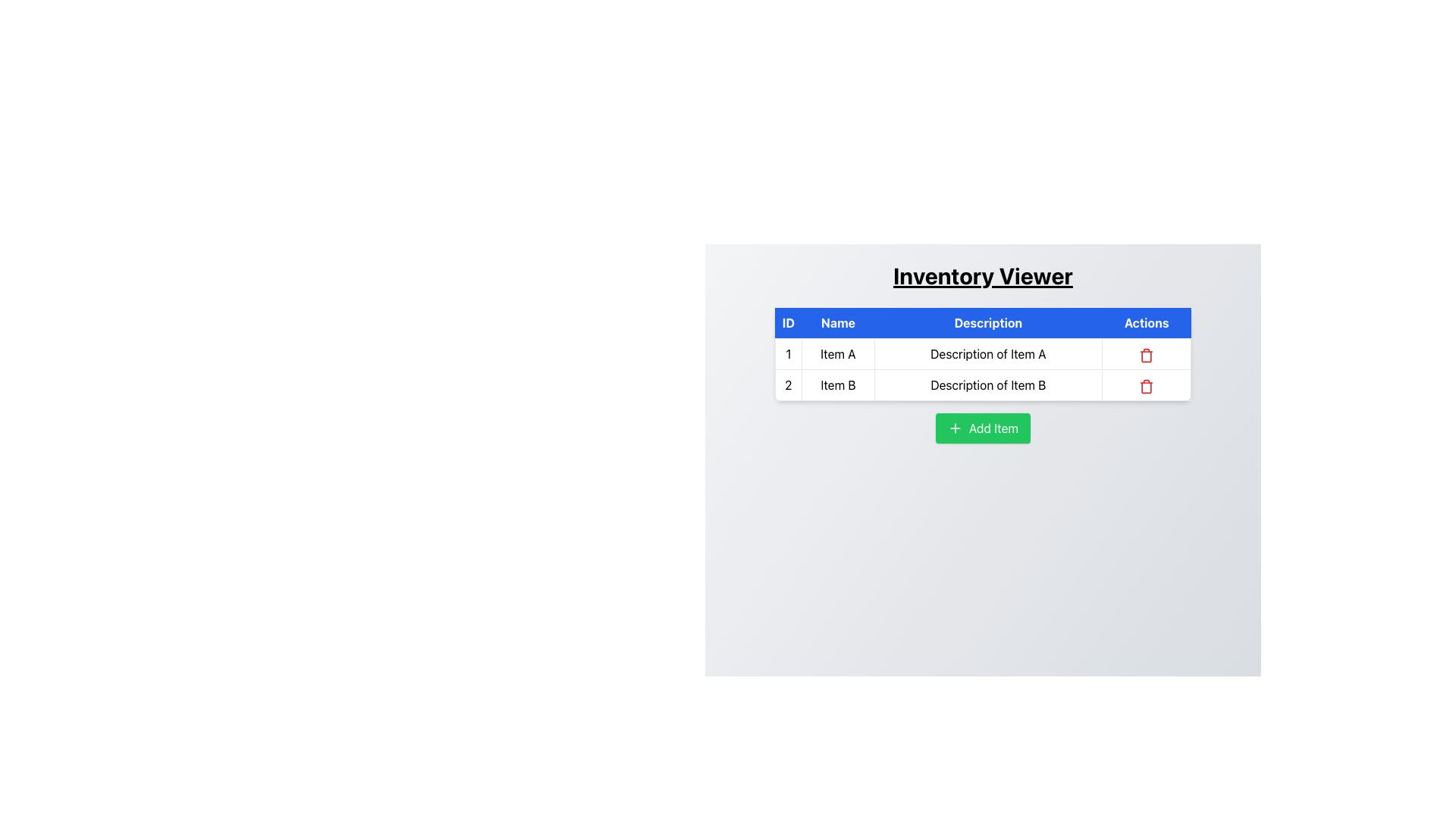  Describe the element at coordinates (788, 384) in the screenshot. I see `the static text element that serves as a label for the second row in the table under the ID column` at that location.